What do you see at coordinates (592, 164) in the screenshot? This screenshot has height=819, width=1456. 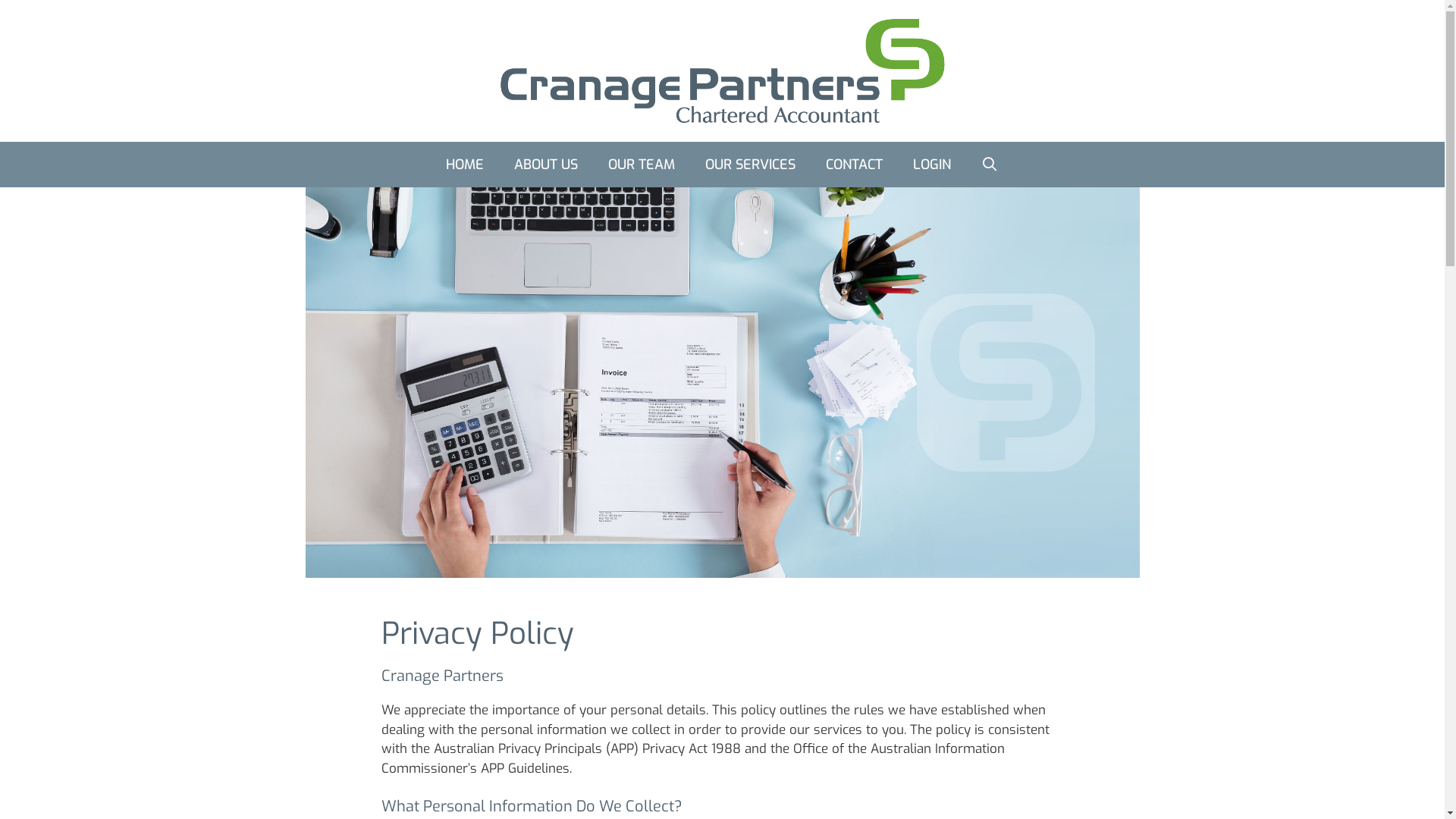 I see `'OUR TEAM'` at bounding box center [592, 164].